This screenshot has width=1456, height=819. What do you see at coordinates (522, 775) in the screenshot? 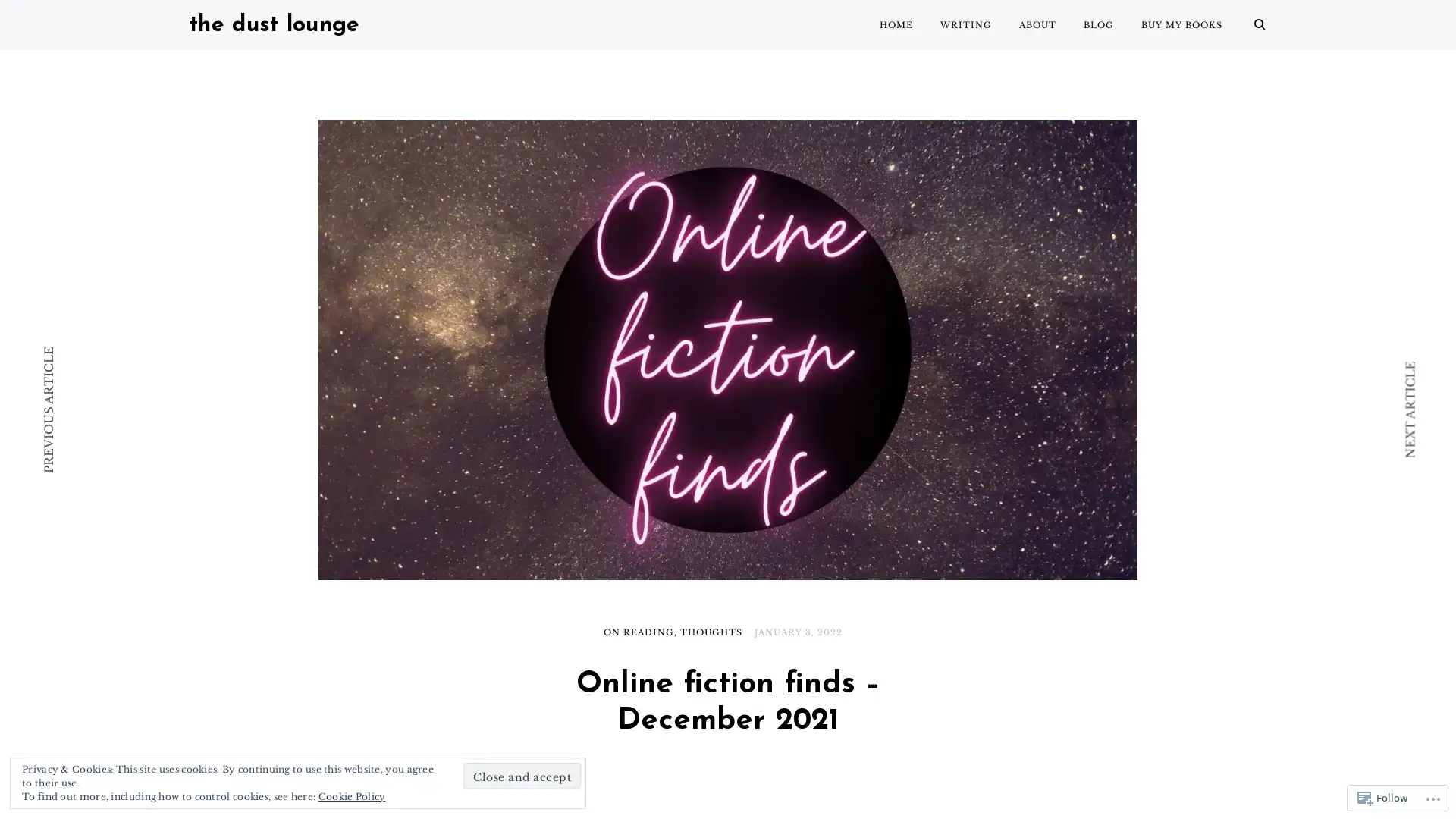
I see `Close and accept` at bounding box center [522, 775].